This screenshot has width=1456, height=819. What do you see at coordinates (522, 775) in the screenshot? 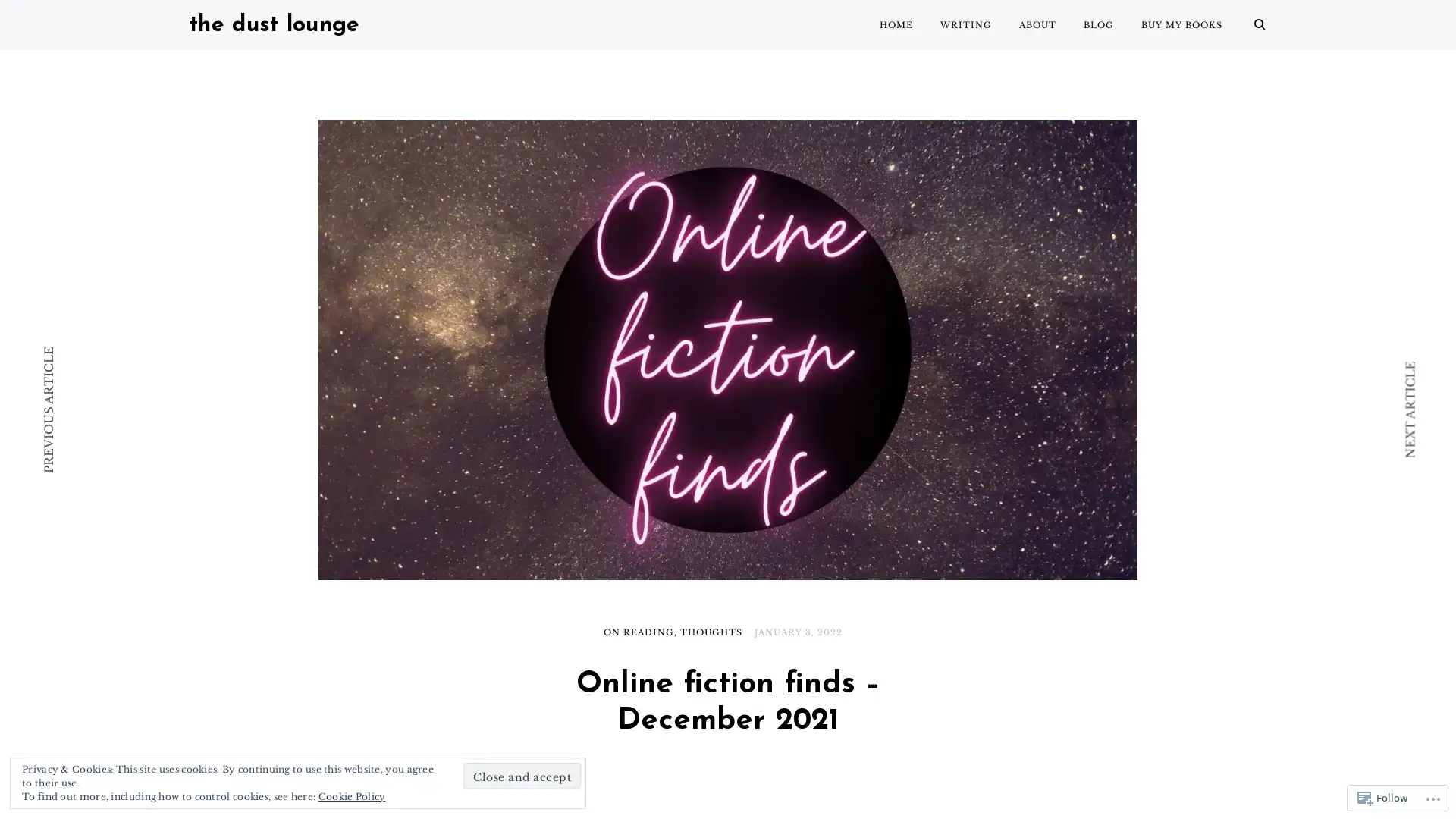
I see `Close and accept` at bounding box center [522, 775].